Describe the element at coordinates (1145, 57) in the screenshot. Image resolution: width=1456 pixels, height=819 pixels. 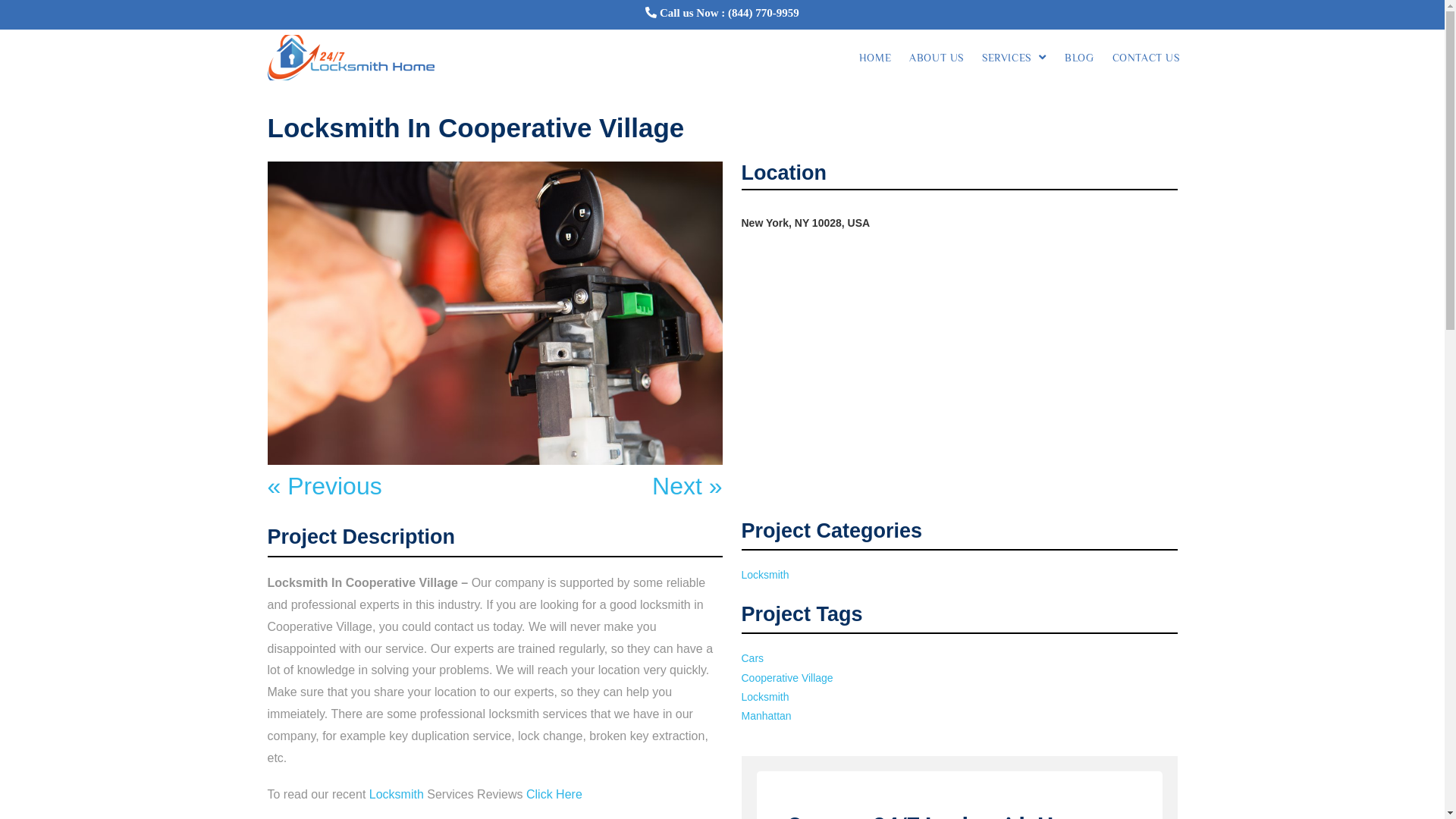
I see `'CONTACT US'` at that location.